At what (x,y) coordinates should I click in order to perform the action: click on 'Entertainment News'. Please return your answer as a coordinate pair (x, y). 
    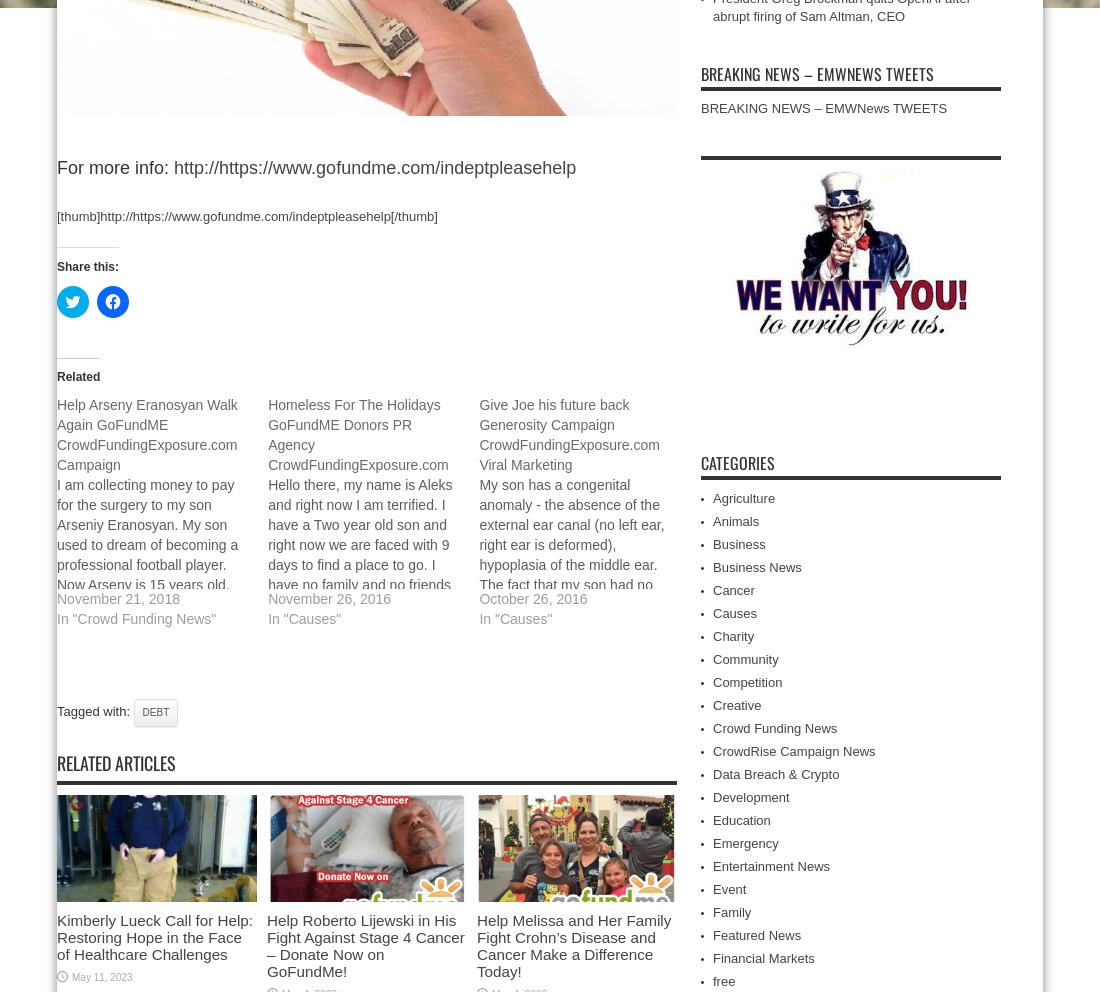
    Looking at the image, I should click on (771, 865).